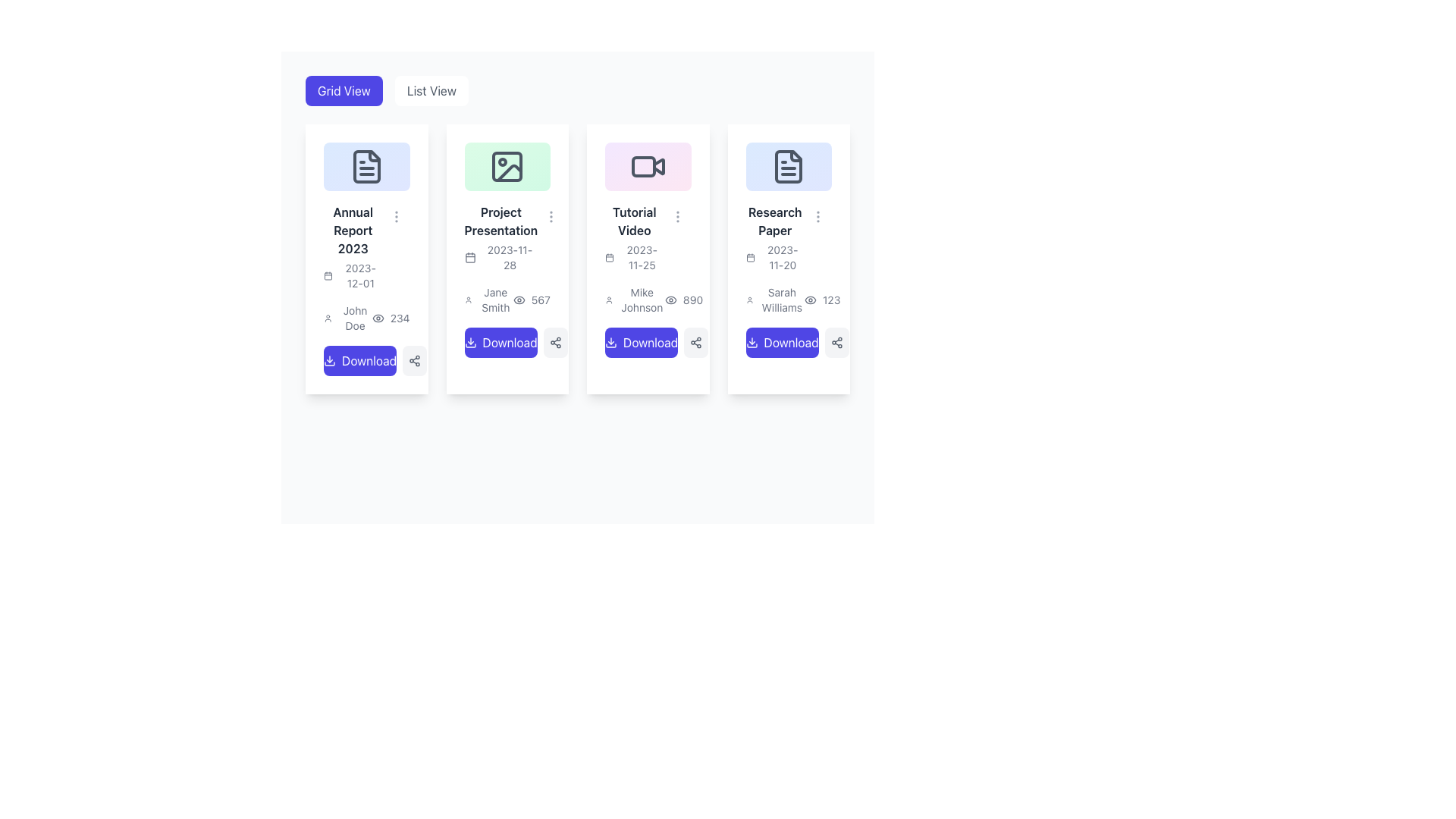  I want to click on the share button featuring an icon of three connected circles and lines, located to the right of the 'Download' button in the 'Research Paper' card, so click(836, 342).